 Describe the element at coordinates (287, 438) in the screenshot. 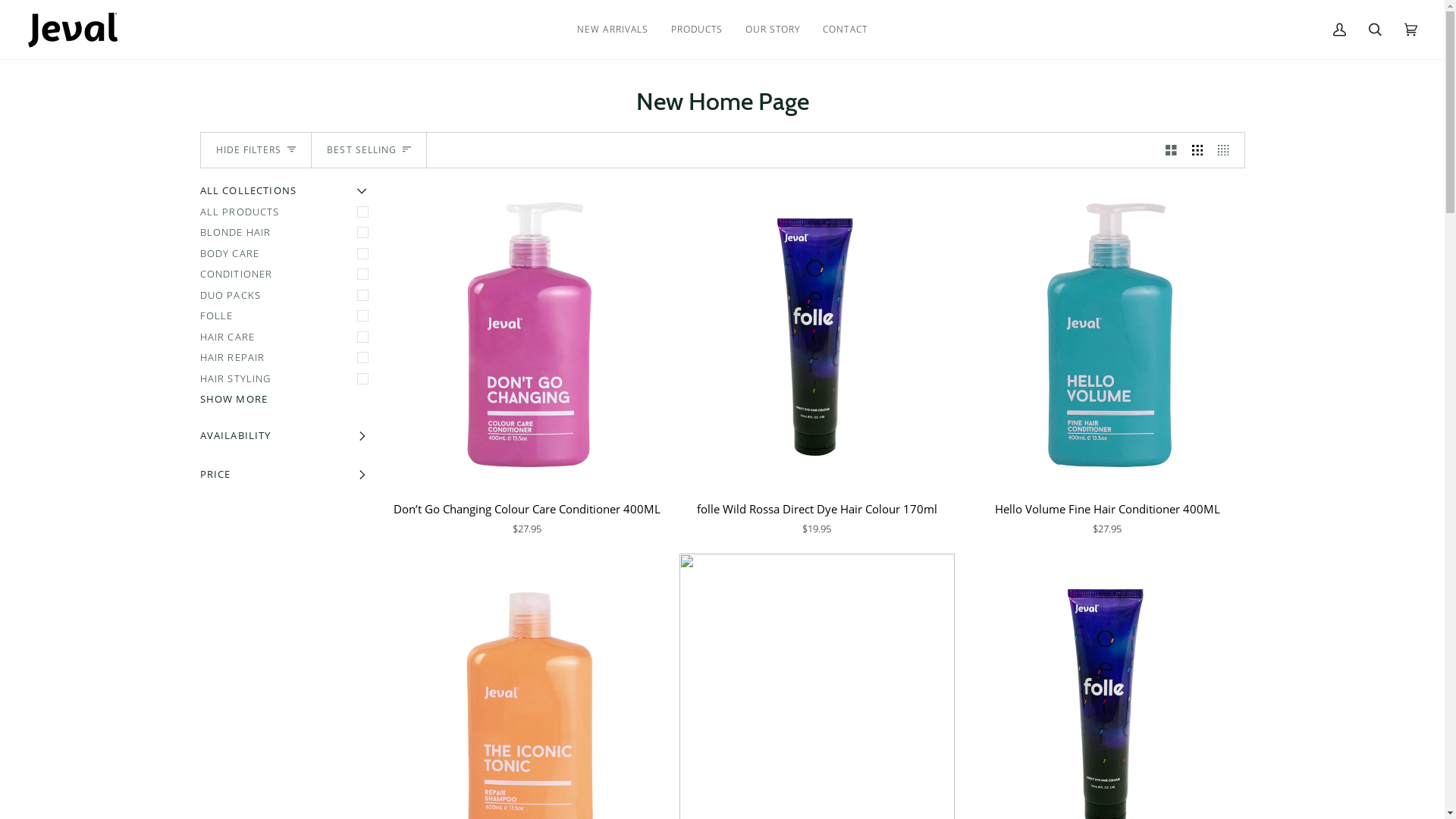

I see `'AVAILABILITY` at that location.